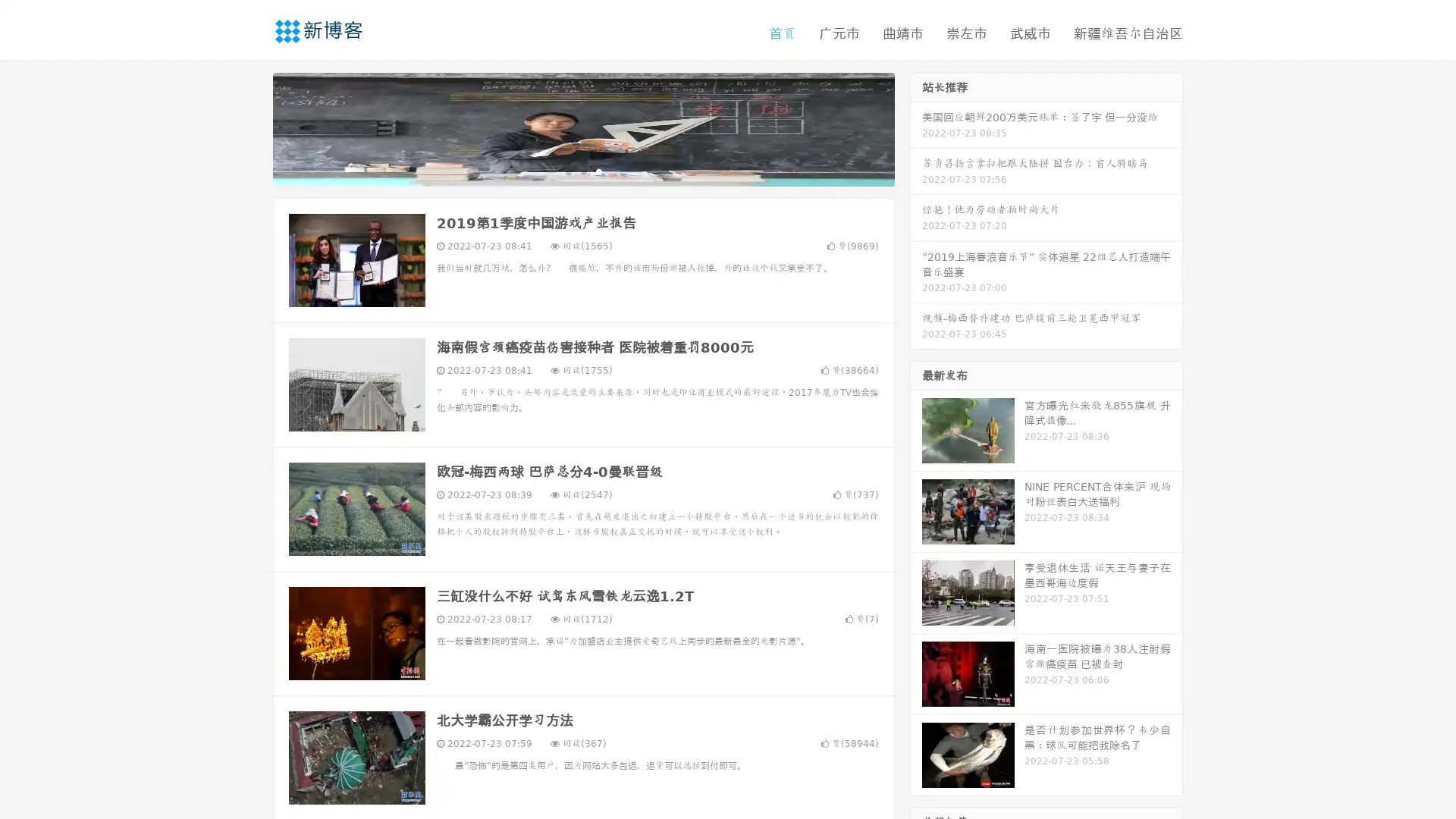 Image resolution: width=1456 pixels, height=819 pixels. I want to click on Go to slide 1, so click(567, 171).